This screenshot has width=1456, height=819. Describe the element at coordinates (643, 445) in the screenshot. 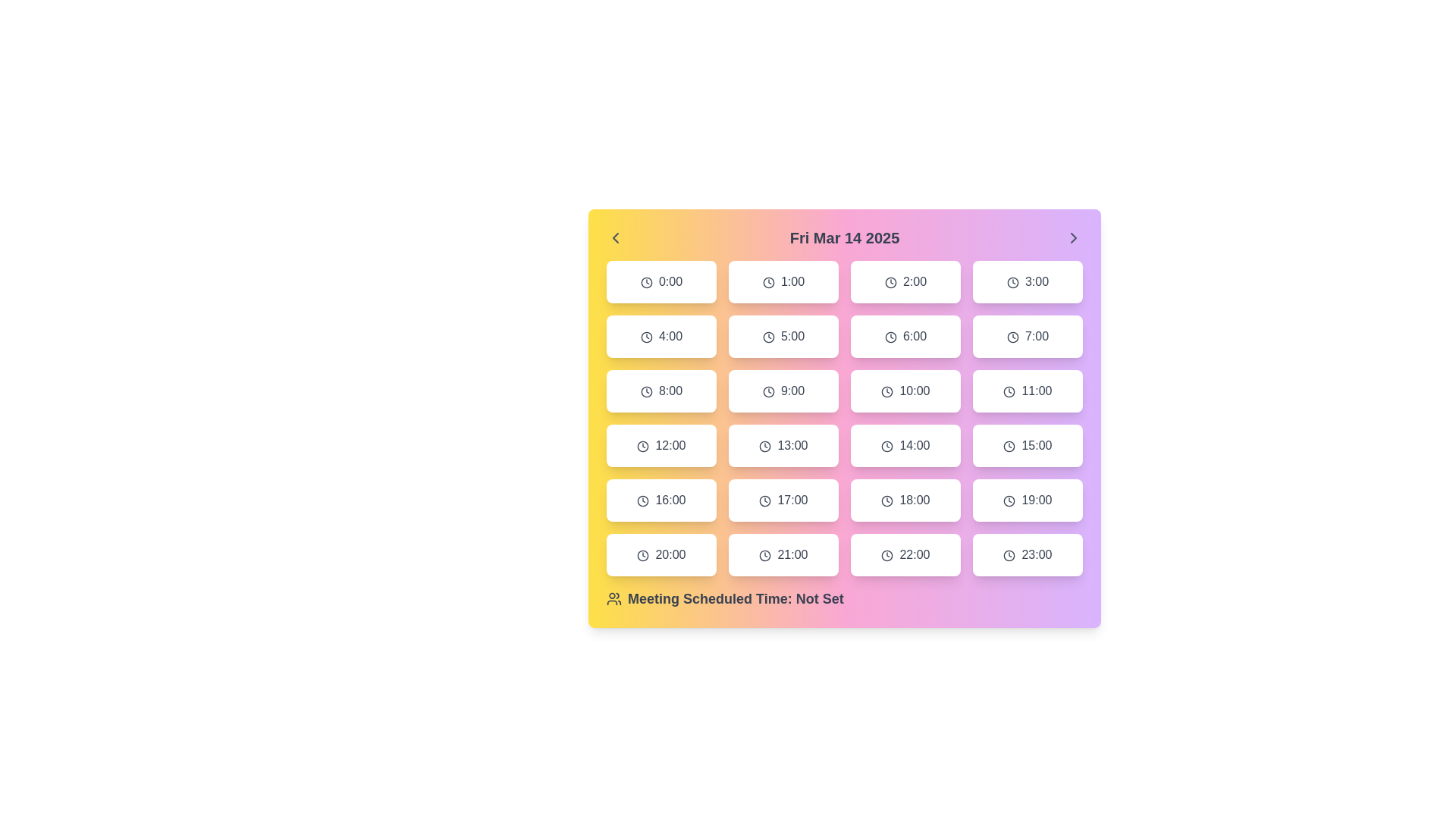

I see `the small circular clock icon with a gray outline located to the left of the text '12:00' in the tile beneath 'Fri Mar 14 2025'` at that location.